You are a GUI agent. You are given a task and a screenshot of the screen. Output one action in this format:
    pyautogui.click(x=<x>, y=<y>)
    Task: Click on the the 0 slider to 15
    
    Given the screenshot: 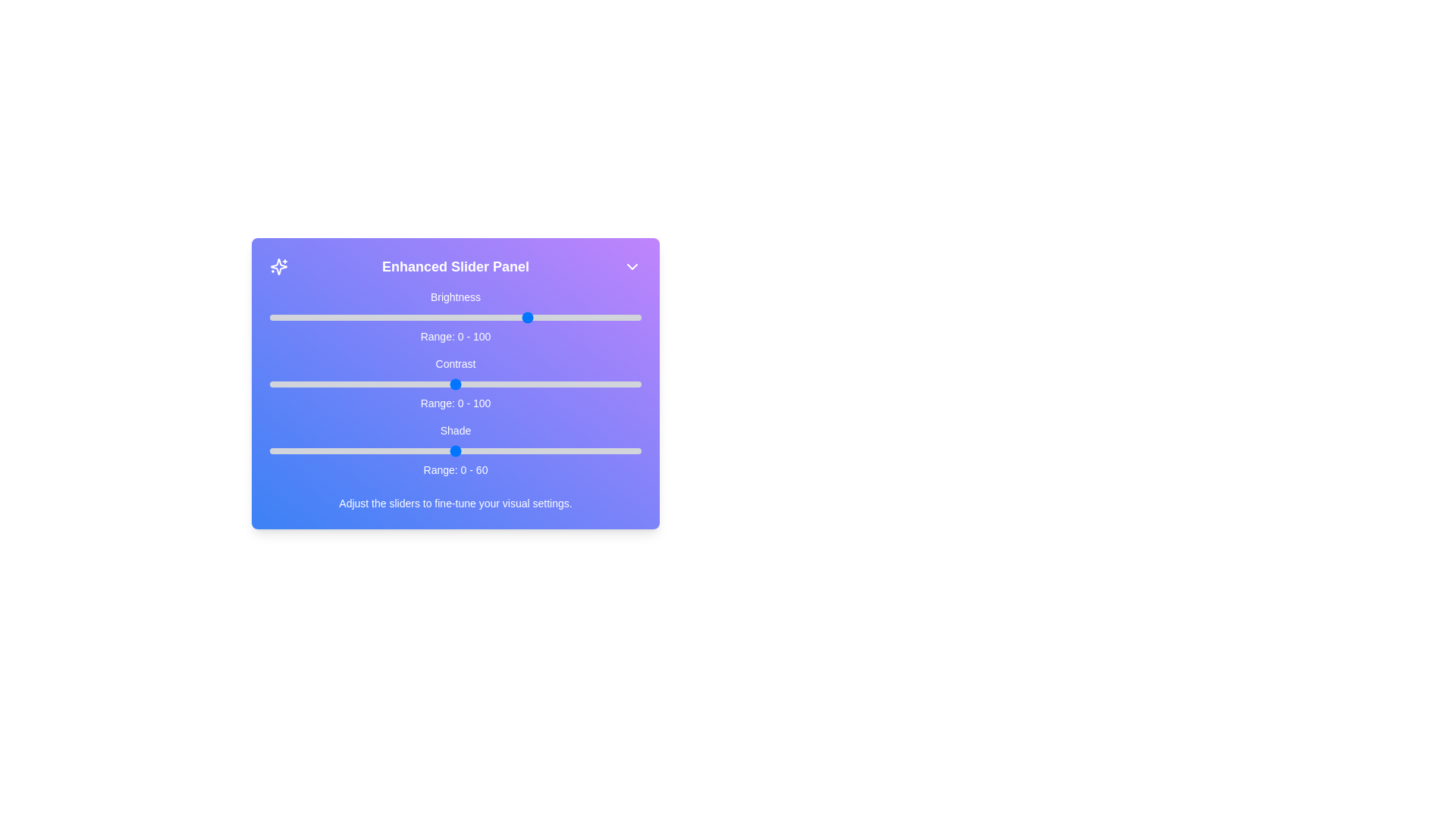 What is the action you would take?
    pyautogui.click(x=325, y=317)
    